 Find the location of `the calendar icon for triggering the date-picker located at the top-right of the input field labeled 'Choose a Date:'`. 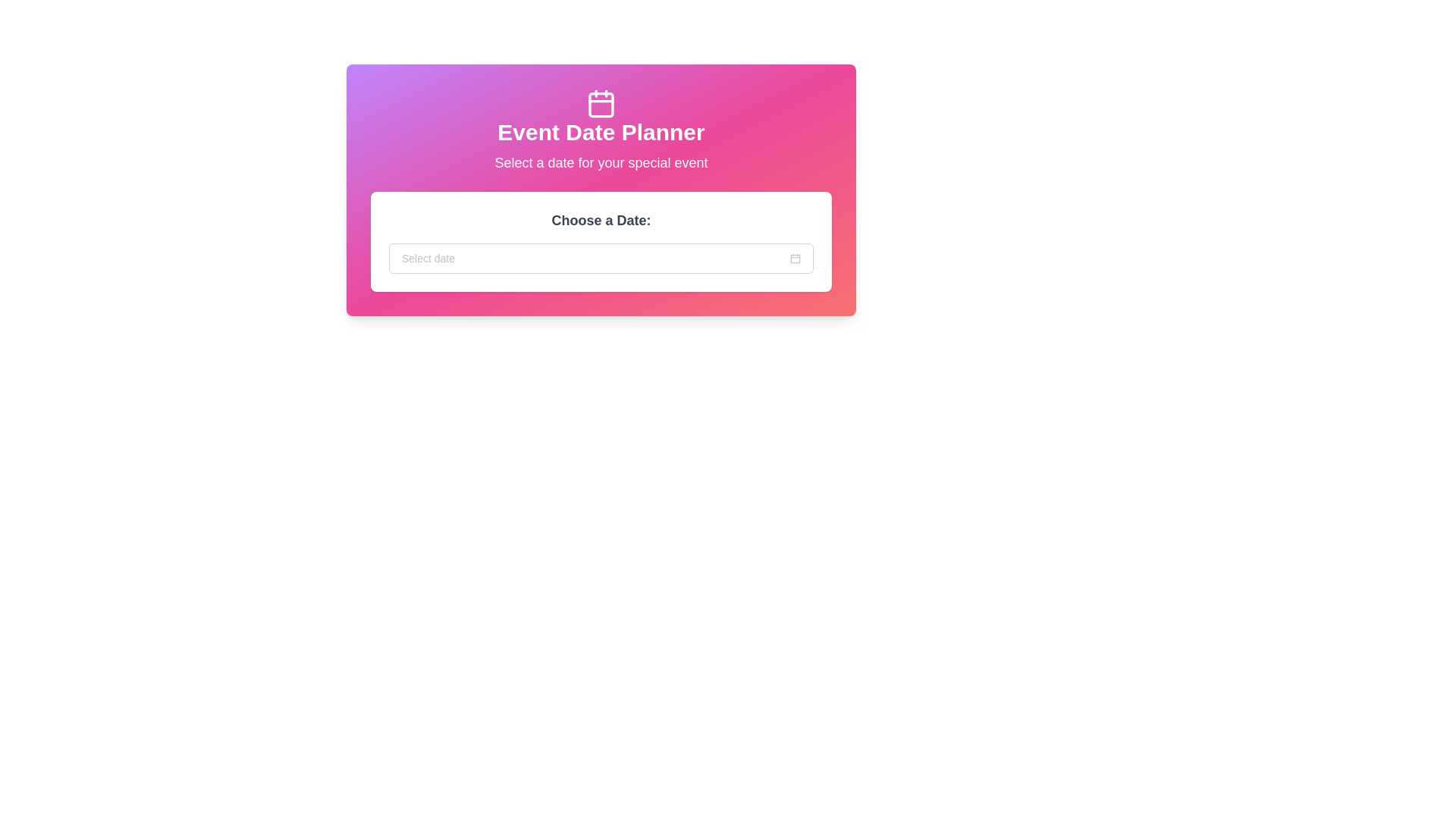

the calendar icon for triggering the date-picker located at the top-right of the input field labeled 'Choose a Date:' is located at coordinates (795, 257).